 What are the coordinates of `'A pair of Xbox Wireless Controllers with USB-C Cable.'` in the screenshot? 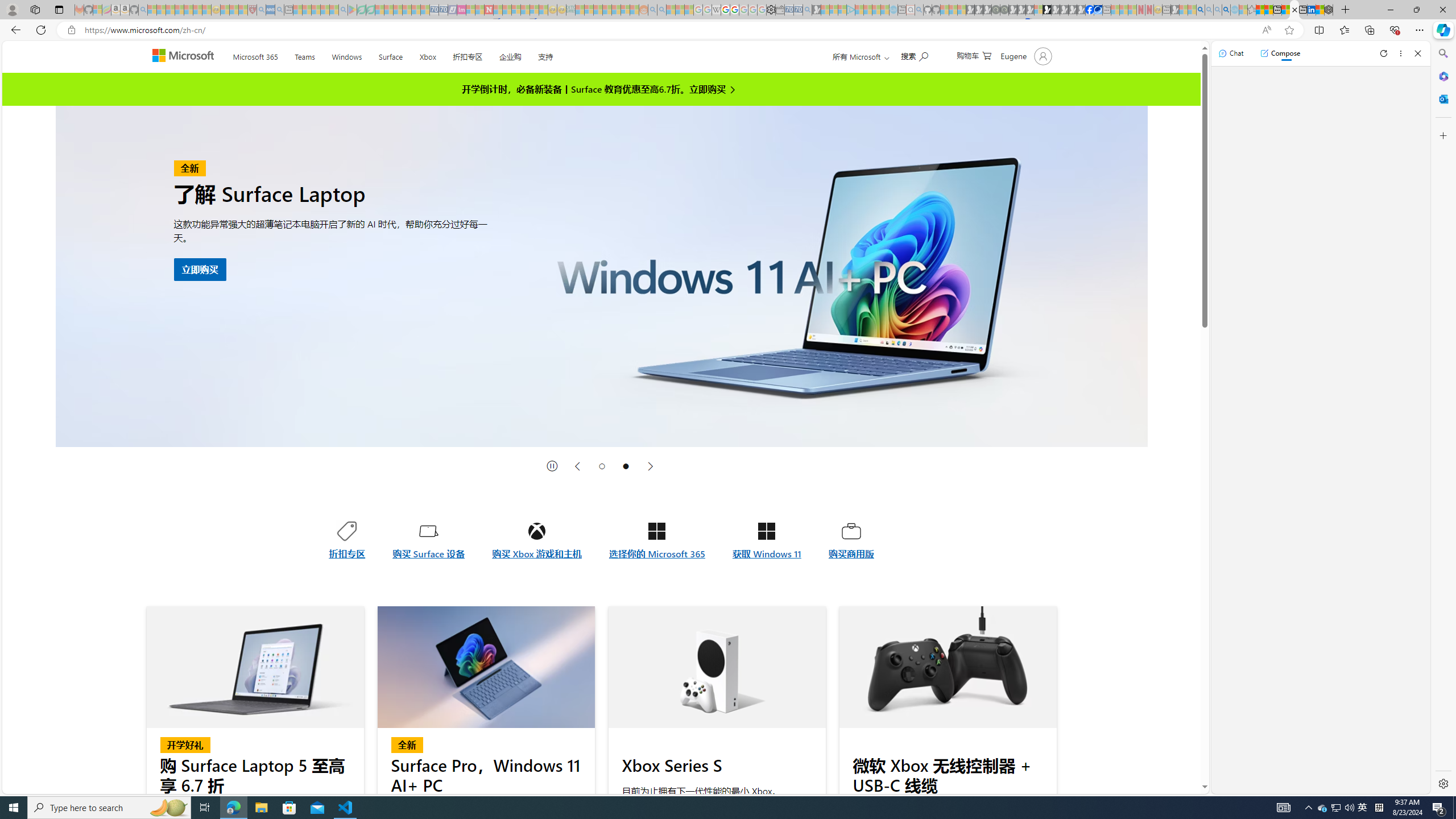 It's located at (948, 667).